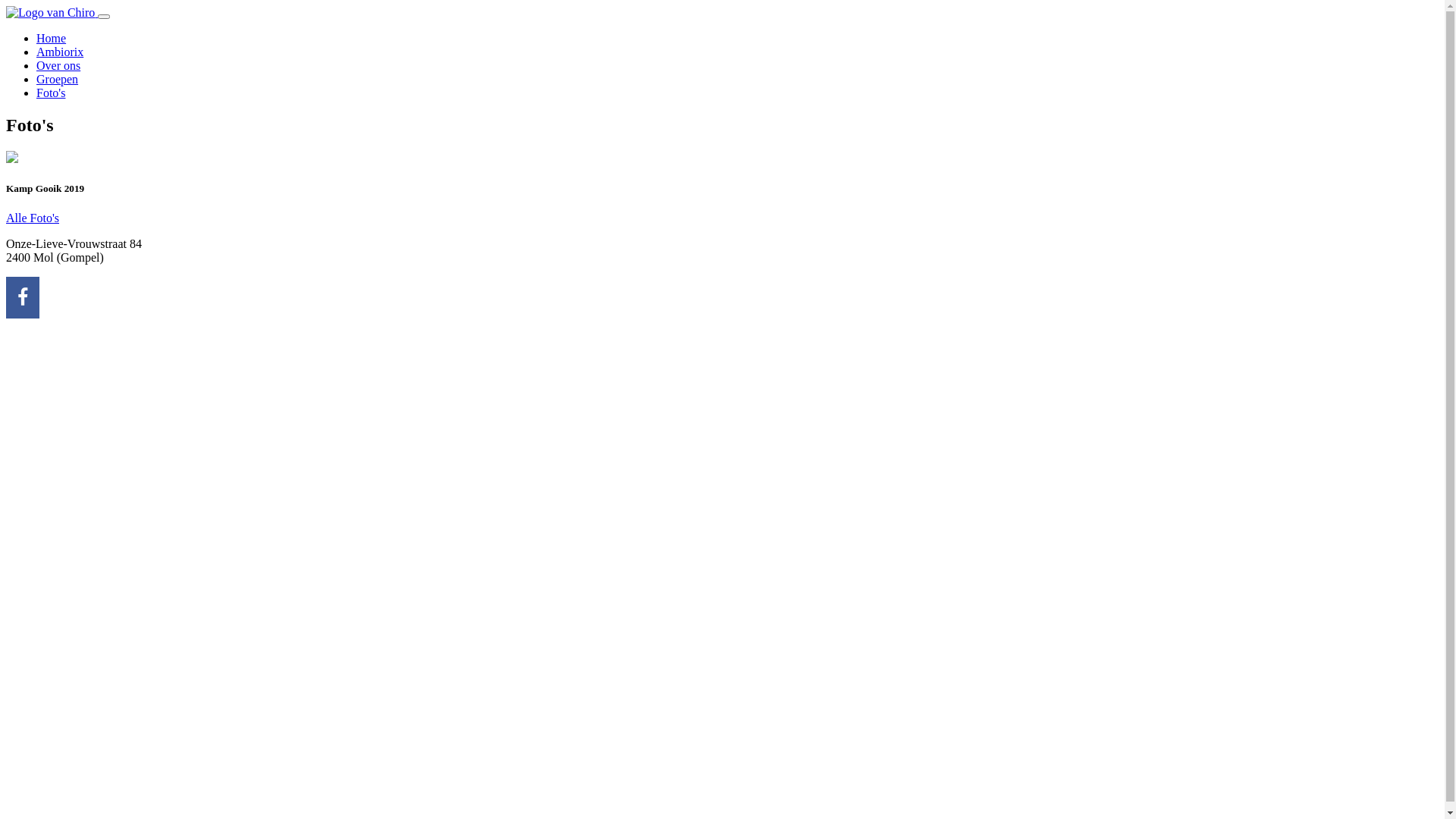  What do you see at coordinates (51, 93) in the screenshot?
I see `'Foto's` at bounding box center [51, 93].